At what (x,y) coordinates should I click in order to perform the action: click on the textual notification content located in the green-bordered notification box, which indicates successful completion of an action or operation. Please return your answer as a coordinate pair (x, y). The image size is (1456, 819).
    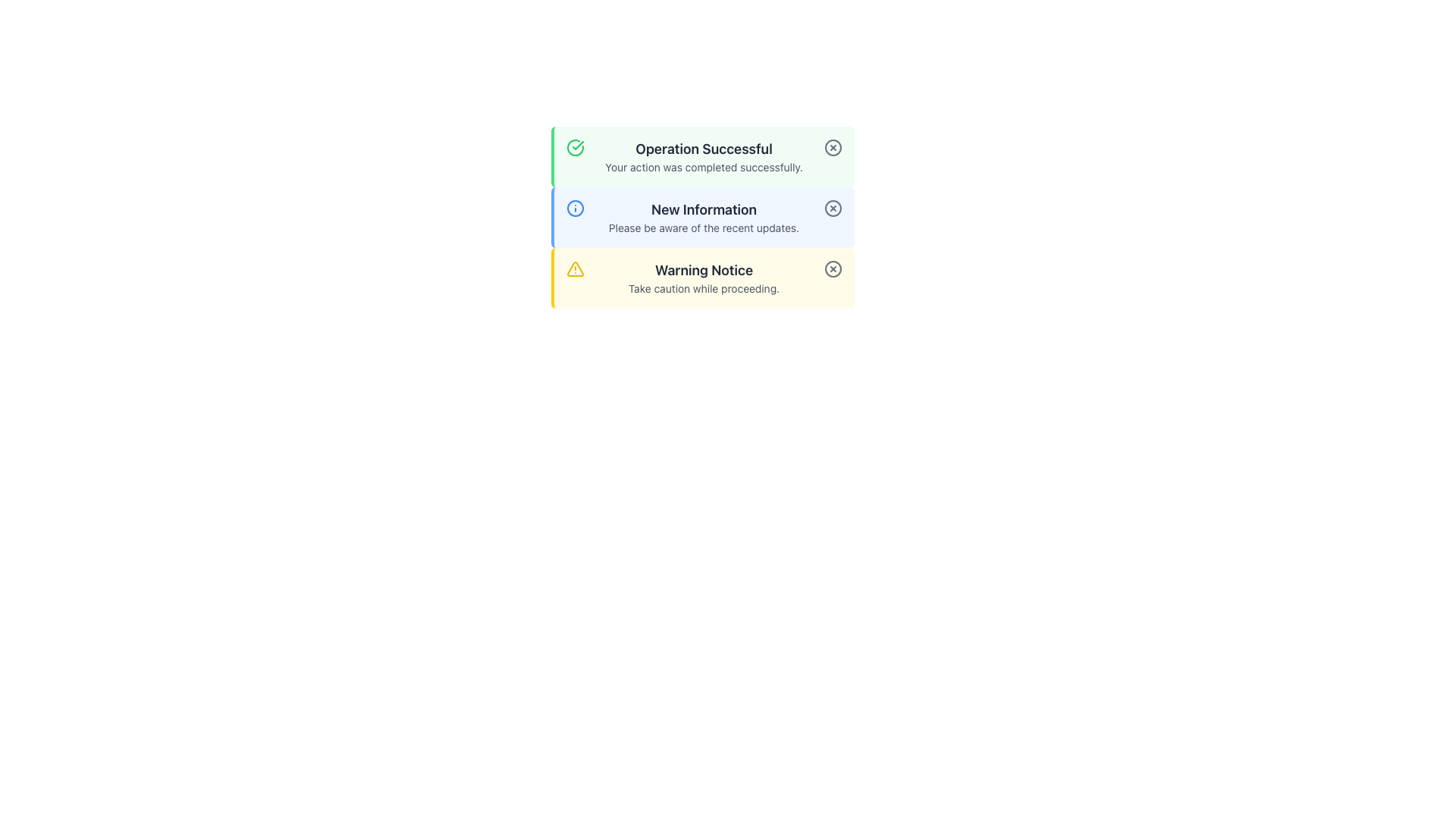
    Looking at the image, I should click on (703, 157).